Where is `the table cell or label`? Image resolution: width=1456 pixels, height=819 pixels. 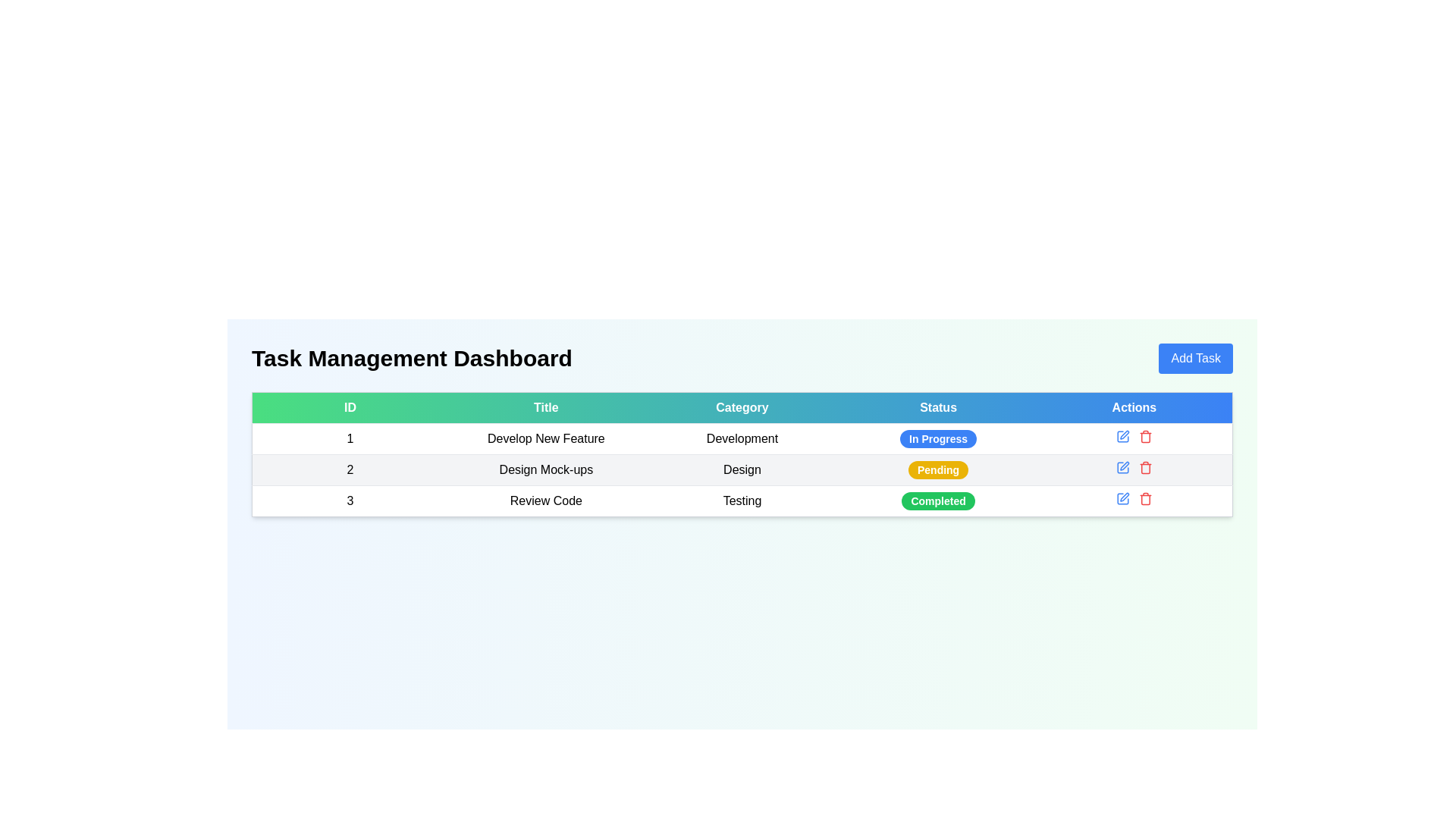
the table cell or label is located at coordinates (546, 500).